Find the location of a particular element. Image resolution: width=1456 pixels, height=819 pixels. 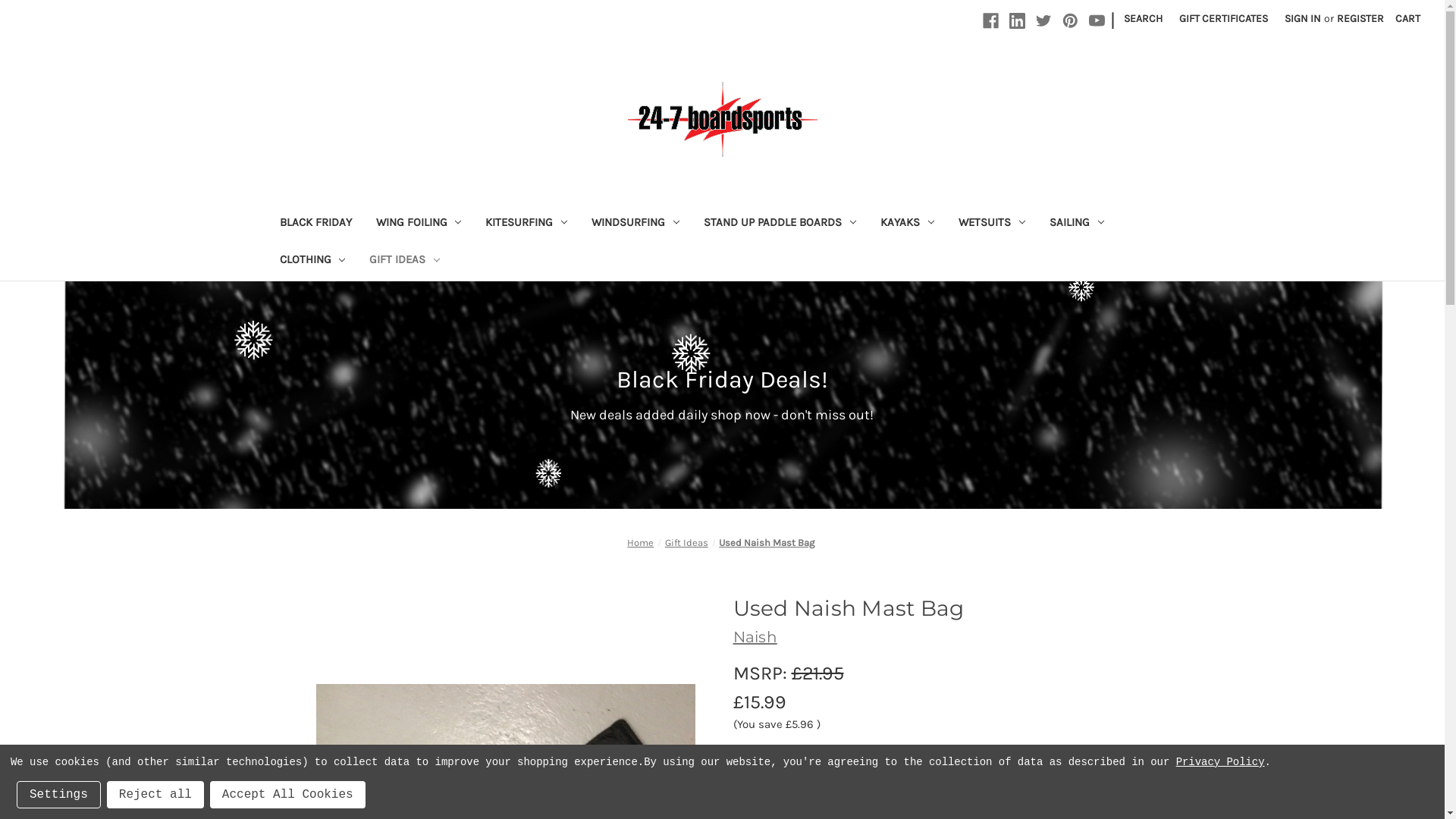

'CLOTHING' is located at coordinates (311, 260).